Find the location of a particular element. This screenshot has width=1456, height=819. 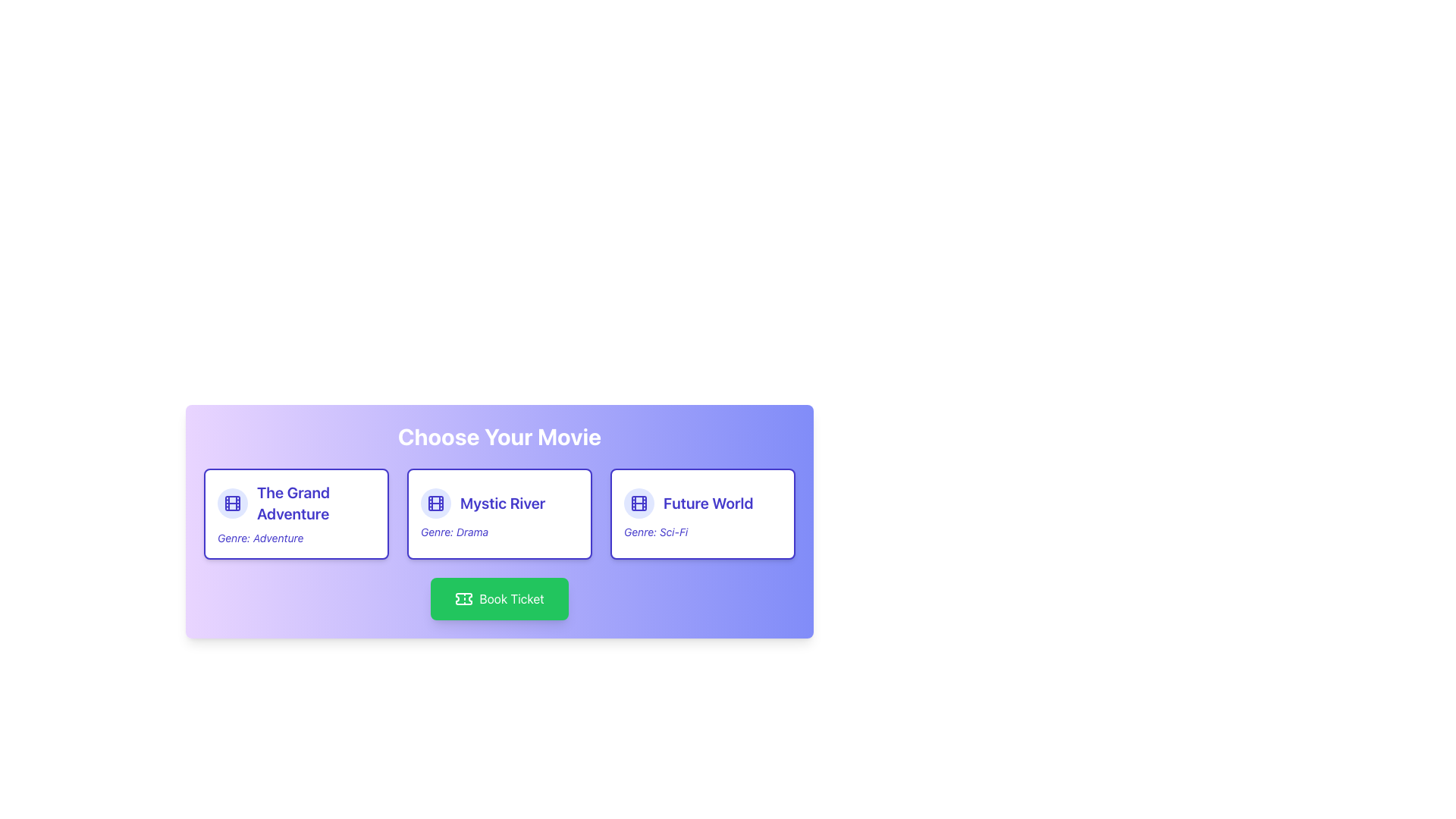

the 'Book Ticket' button which contains the decorative graphic/icon, located centrally below the three movie options is located at coordinates (463, 598).